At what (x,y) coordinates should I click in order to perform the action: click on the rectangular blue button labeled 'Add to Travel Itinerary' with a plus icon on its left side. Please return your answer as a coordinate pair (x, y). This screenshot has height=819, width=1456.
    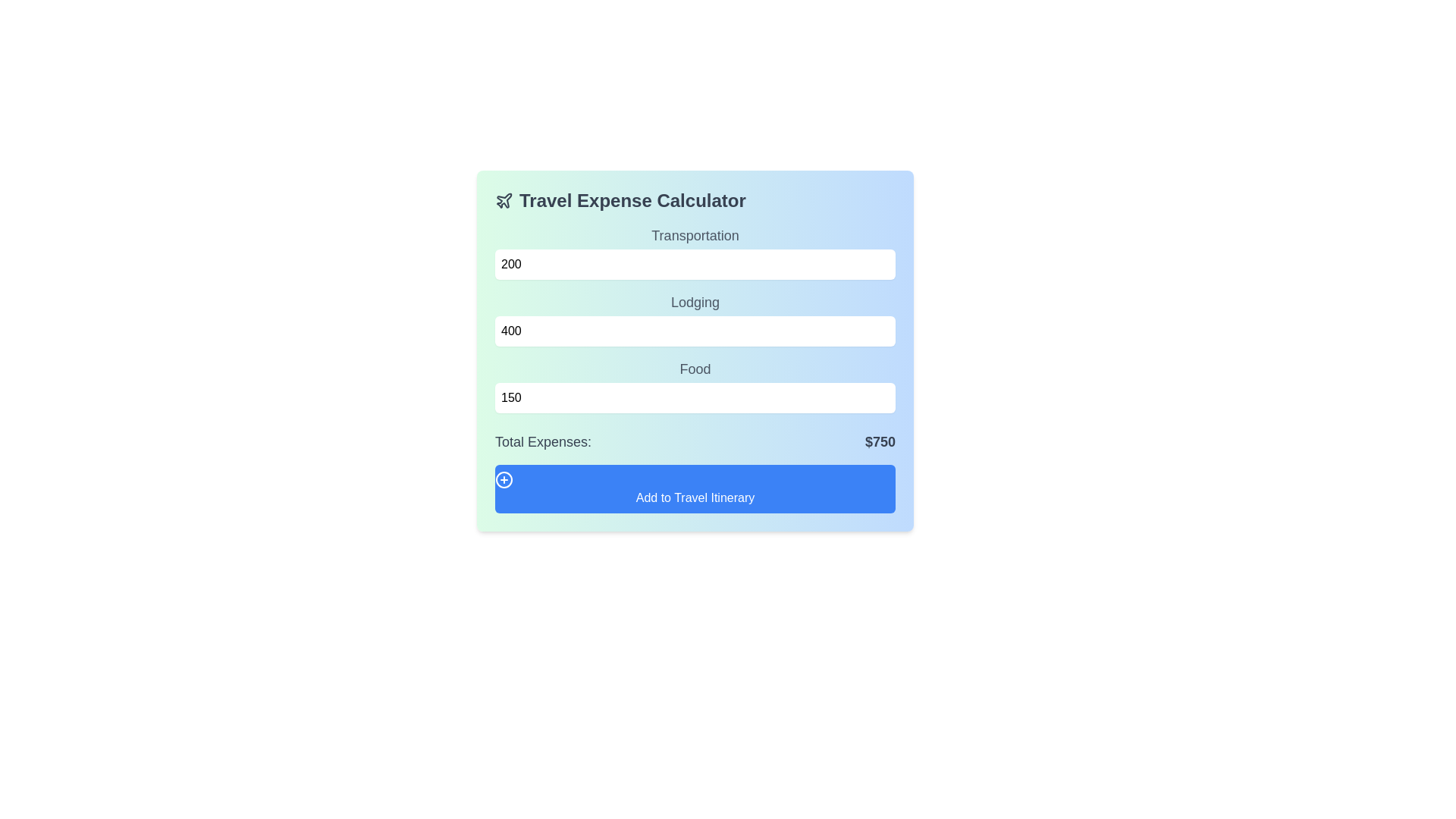
    Looking at the image, I should click on (694, 488).